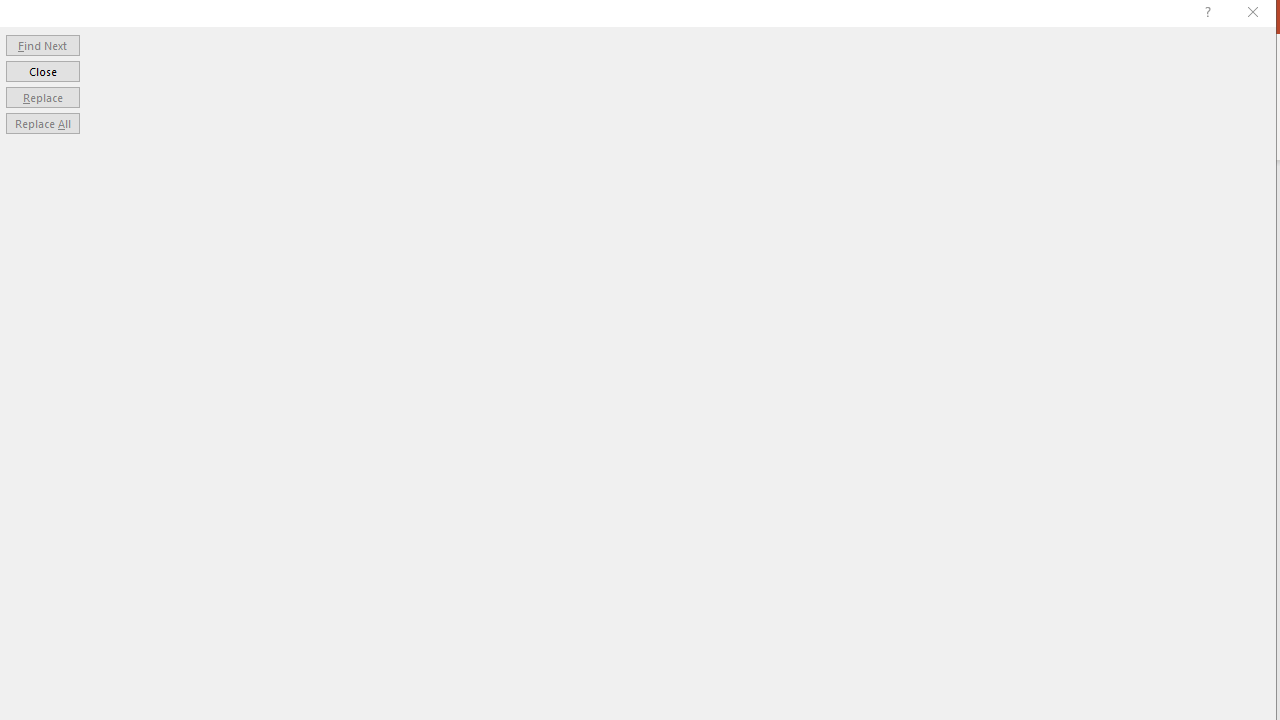 This screenshot has height=720, width=1280. What do you see at coordinates (42, 97) in the screenshot?
I see `'Replace'` at bounding box center [42, 97].